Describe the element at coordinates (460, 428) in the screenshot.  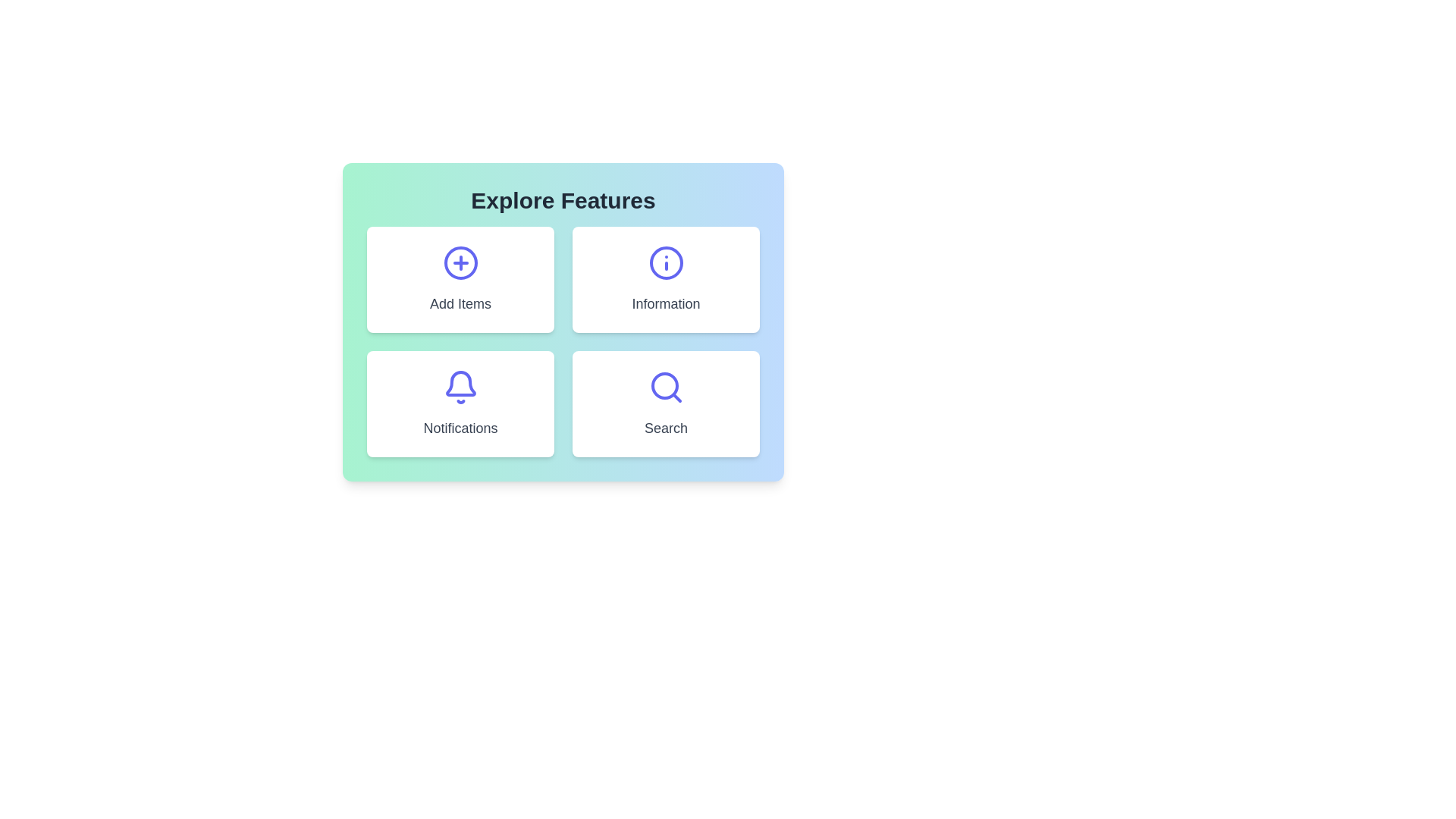
I see `the Text Label that describes the 'Notifications' feature card, located below the icon within the card in the bottom-left quadrant of a 2x2 grid of feature cards` at that location.